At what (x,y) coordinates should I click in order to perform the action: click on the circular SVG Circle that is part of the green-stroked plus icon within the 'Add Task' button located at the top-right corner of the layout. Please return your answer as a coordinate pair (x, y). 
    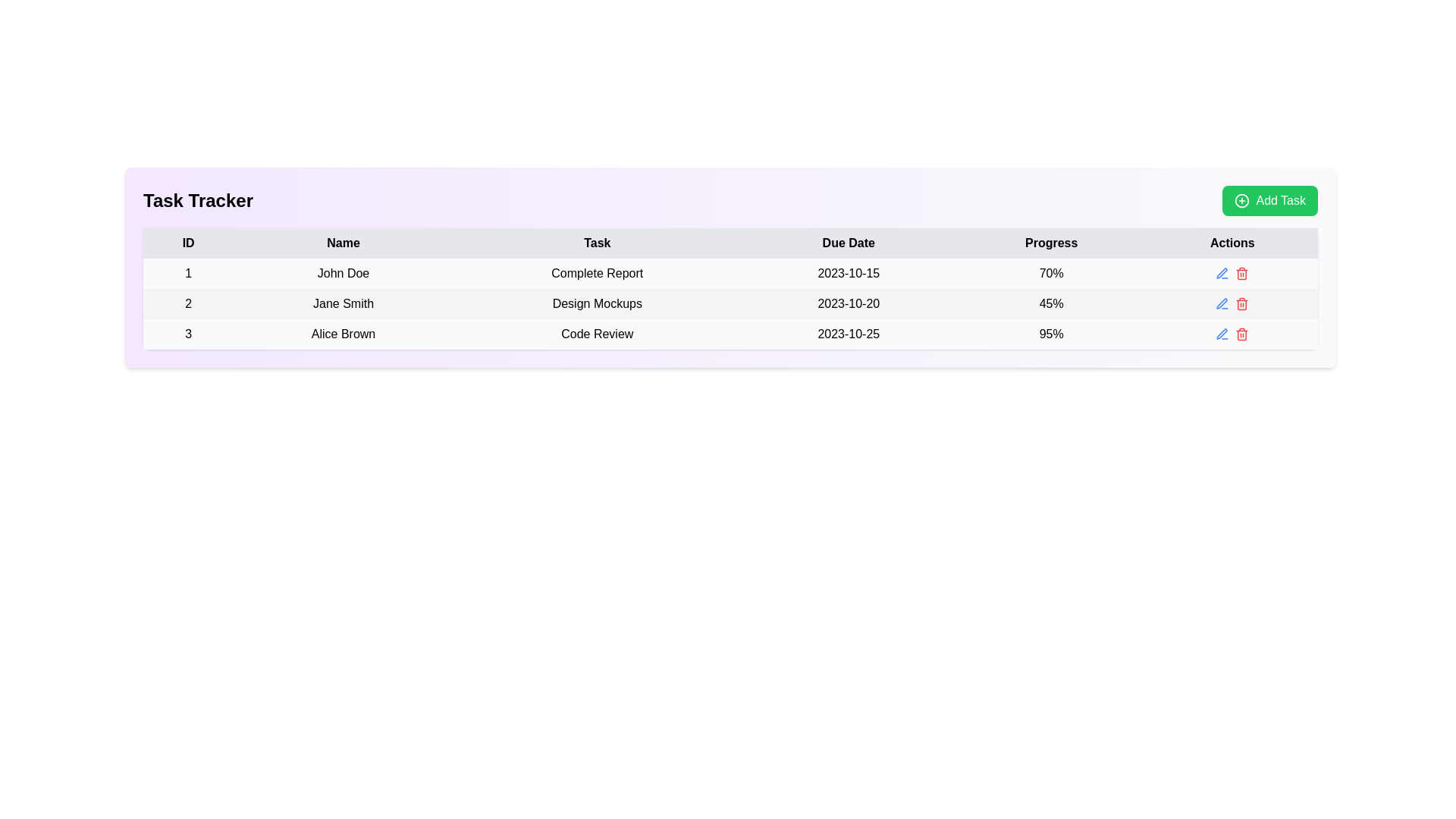
    Looking at the image, I should click on (1242, 200).